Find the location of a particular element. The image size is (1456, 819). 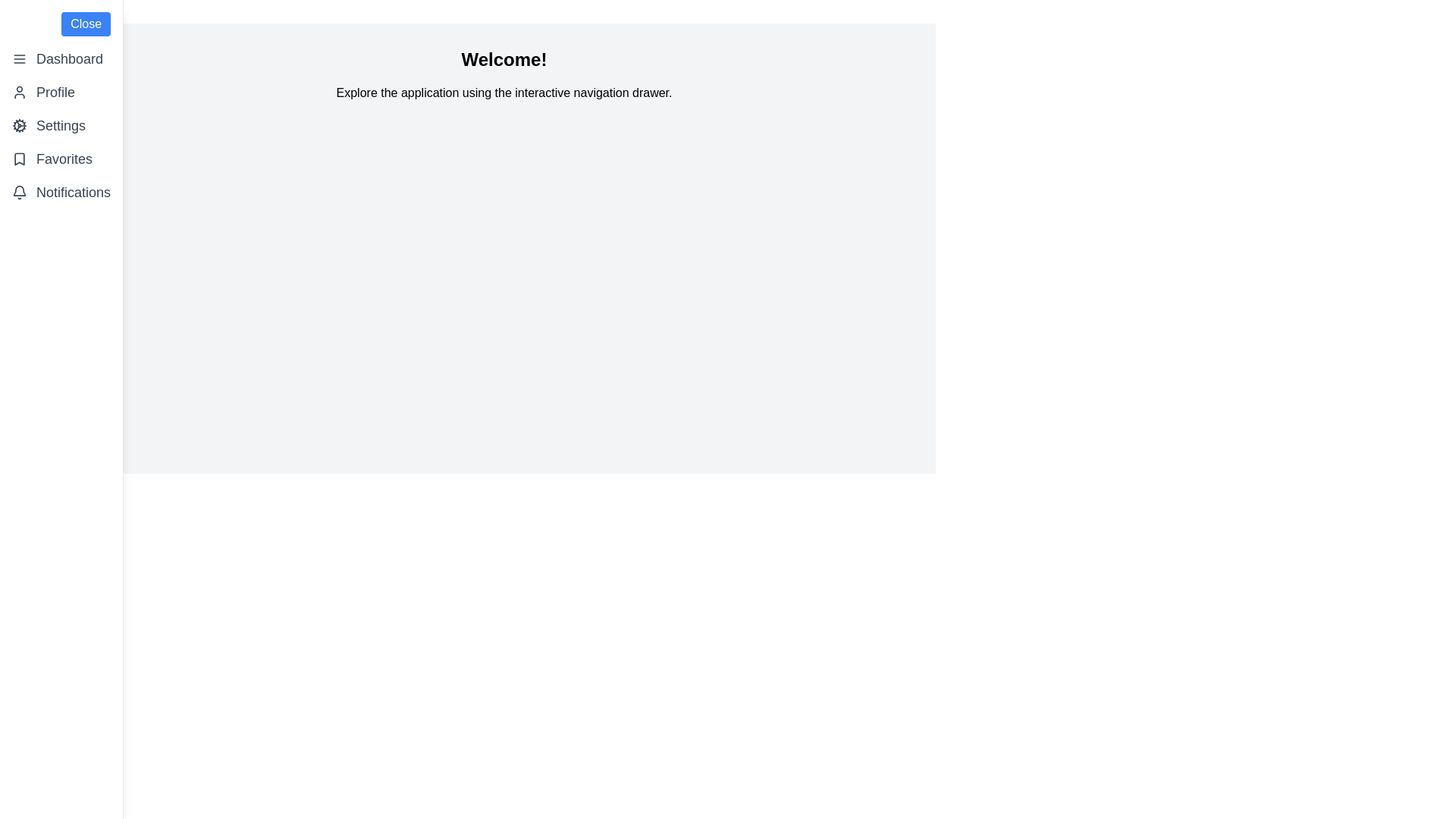

the navigation item Dashboard is located at coordinates (61, 58).